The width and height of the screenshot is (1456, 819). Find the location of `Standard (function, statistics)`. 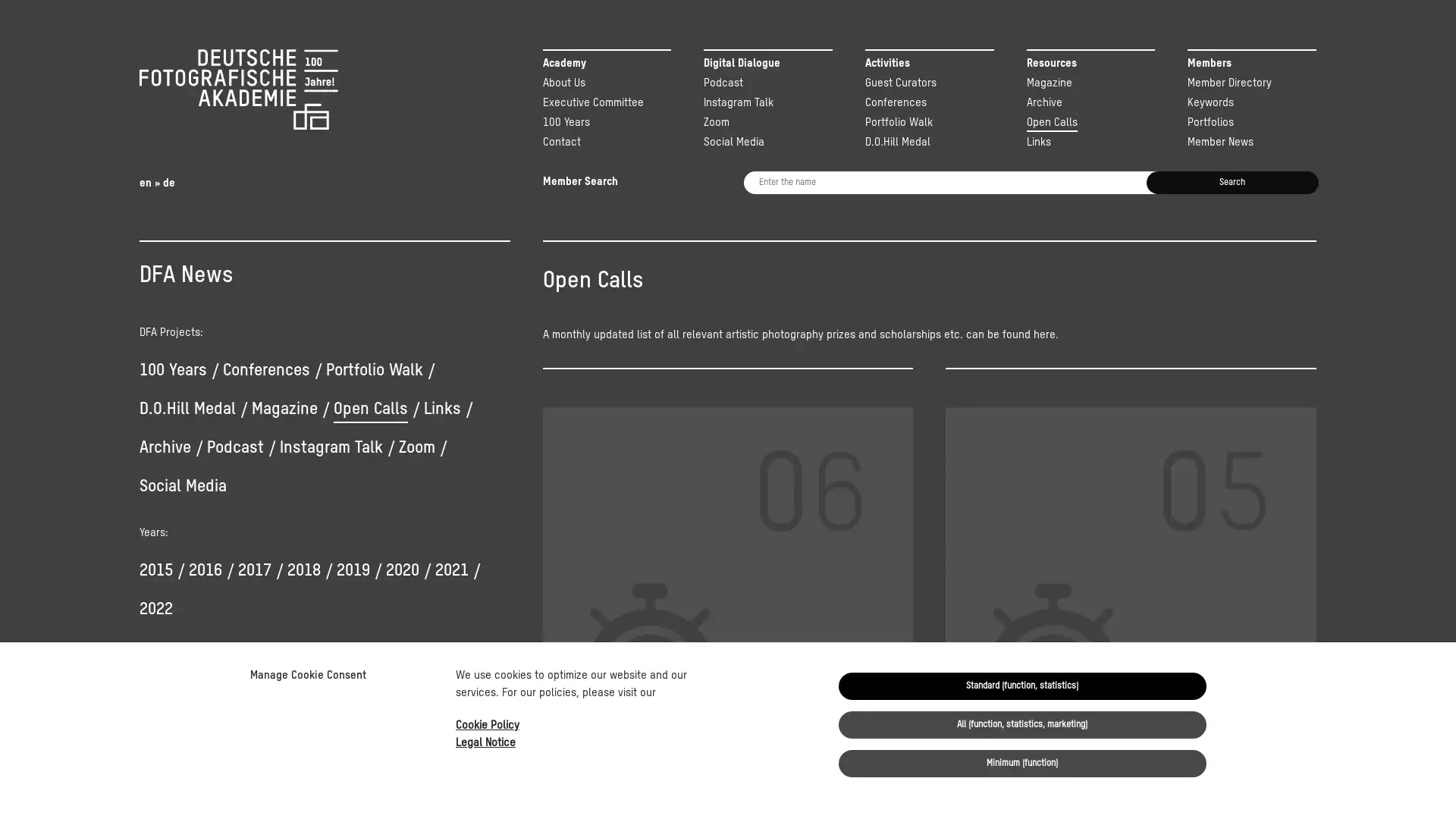

Standard (function, statistics) is located at coordinates (1021, 686).